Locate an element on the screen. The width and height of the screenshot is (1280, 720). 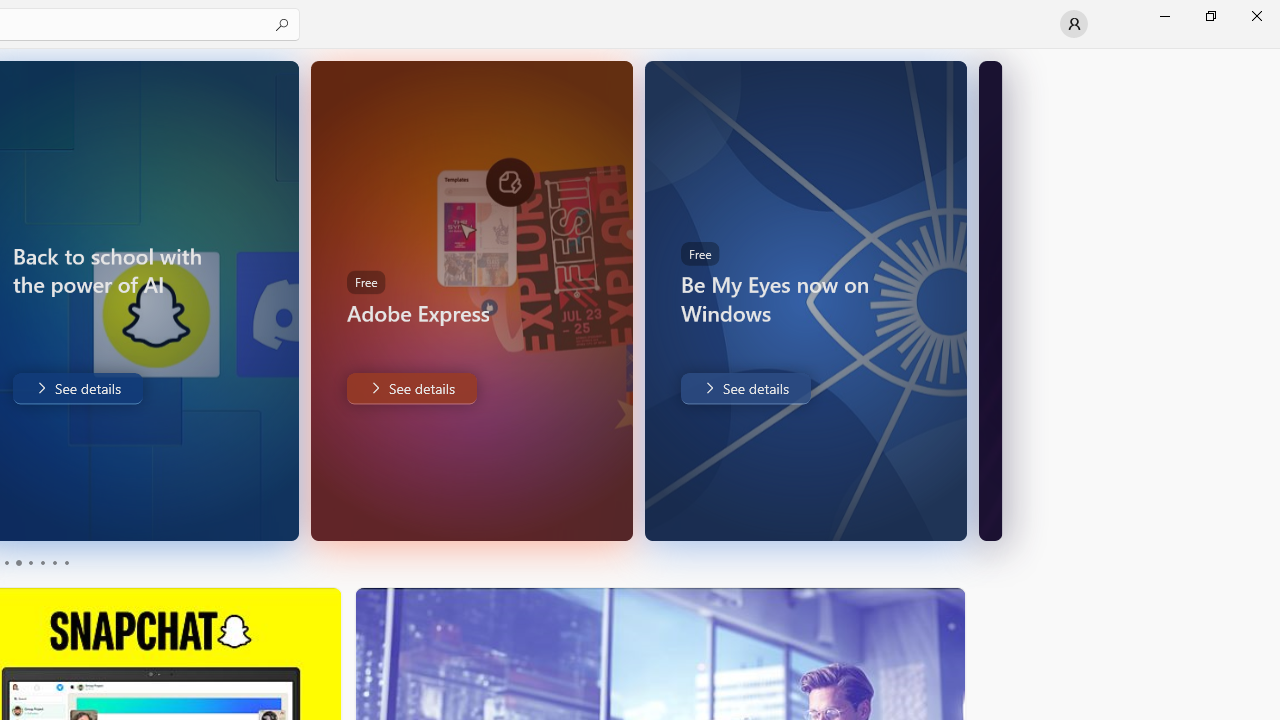
'User profile' is located at coordinates (1072, 24).